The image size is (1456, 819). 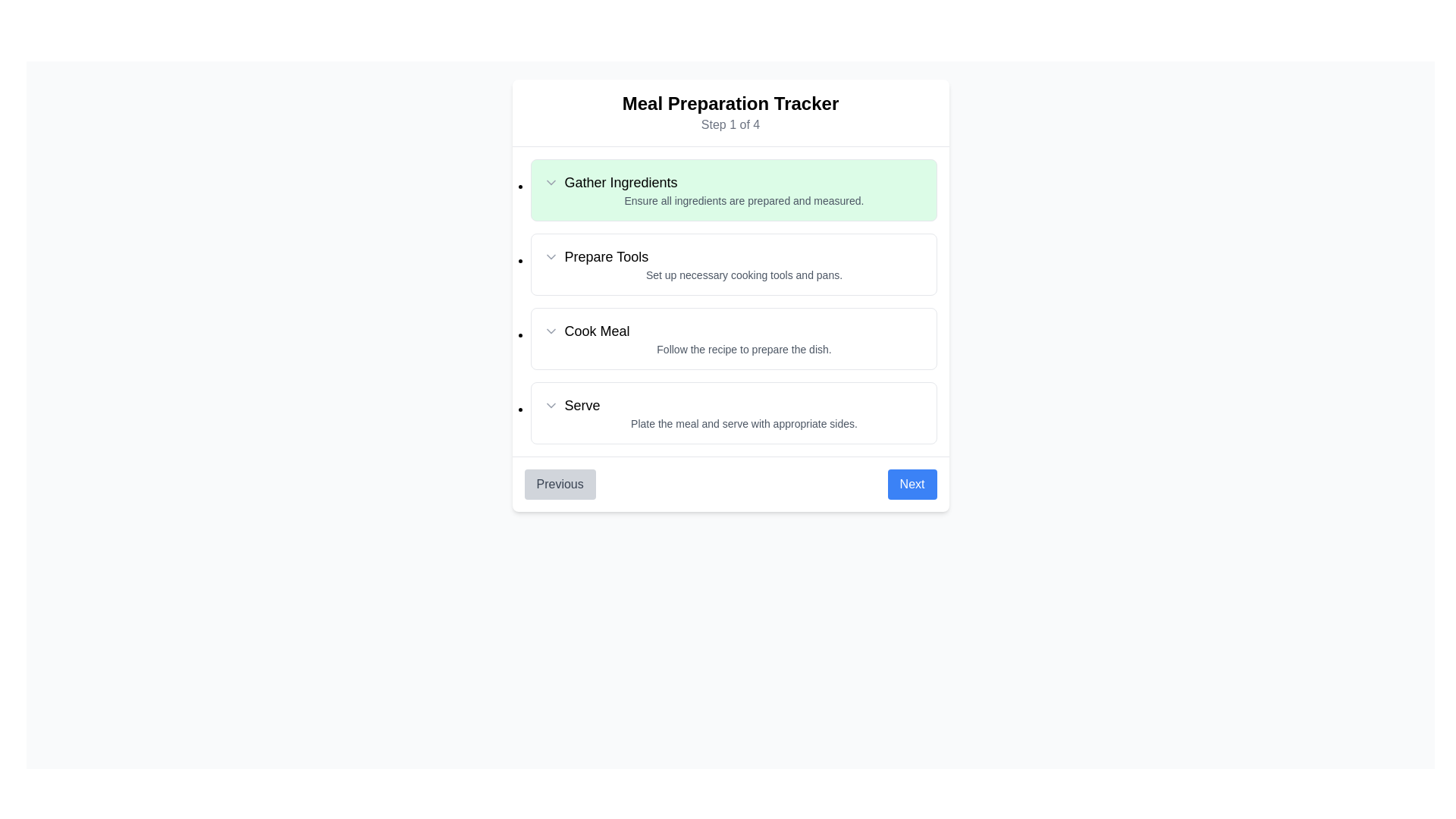 What do you see at coordinates (596, 330) in the screenshot?
I see `the static text indicating the third step in the procedure for cooking the meal, positioned centrally below 'Prepare Tools' and above 'Serve.'` at bounding box center [596, 330].